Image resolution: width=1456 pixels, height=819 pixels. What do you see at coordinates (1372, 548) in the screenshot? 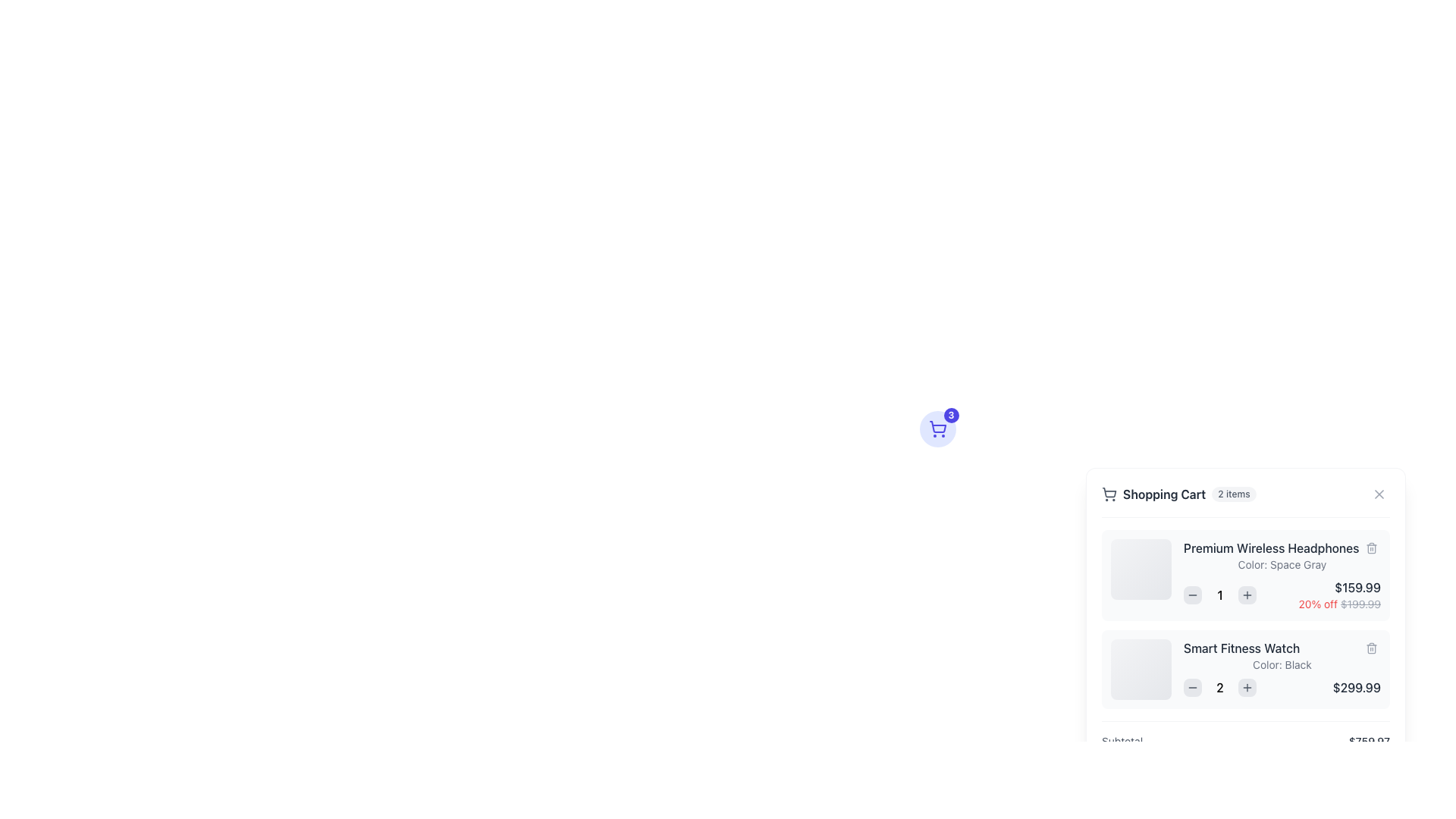
I see `the trash bin icon next to the 'Premium Wireless Headphones' product in the shopping cart` at bounding box center [1372, 548].